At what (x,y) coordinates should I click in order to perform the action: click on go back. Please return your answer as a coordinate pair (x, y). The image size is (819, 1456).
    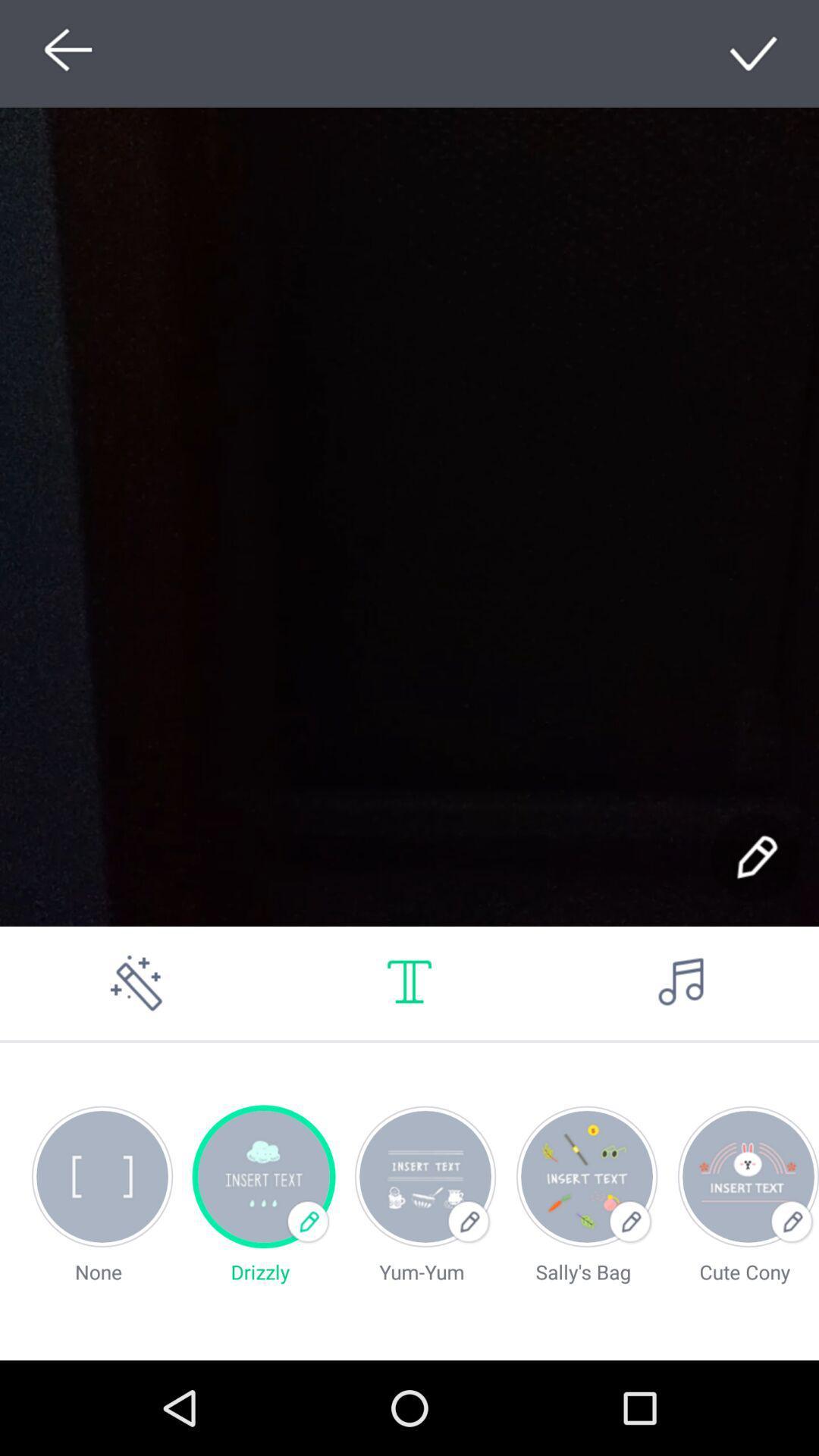
    Looking at the image, I should click on (63, 53).